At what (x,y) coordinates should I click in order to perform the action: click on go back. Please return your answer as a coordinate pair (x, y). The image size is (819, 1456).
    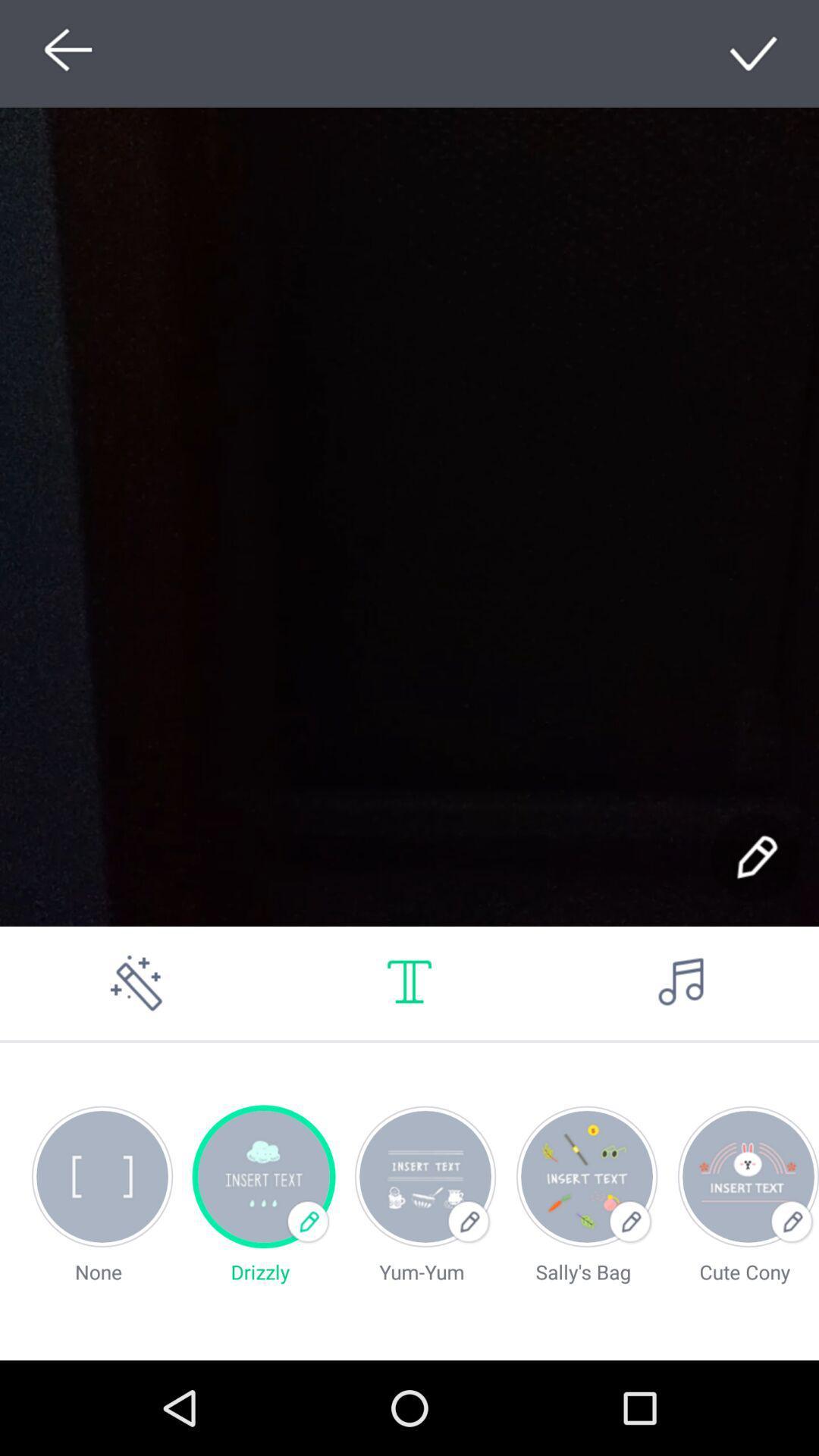
    Looking at the image, I should click on (63, 53).